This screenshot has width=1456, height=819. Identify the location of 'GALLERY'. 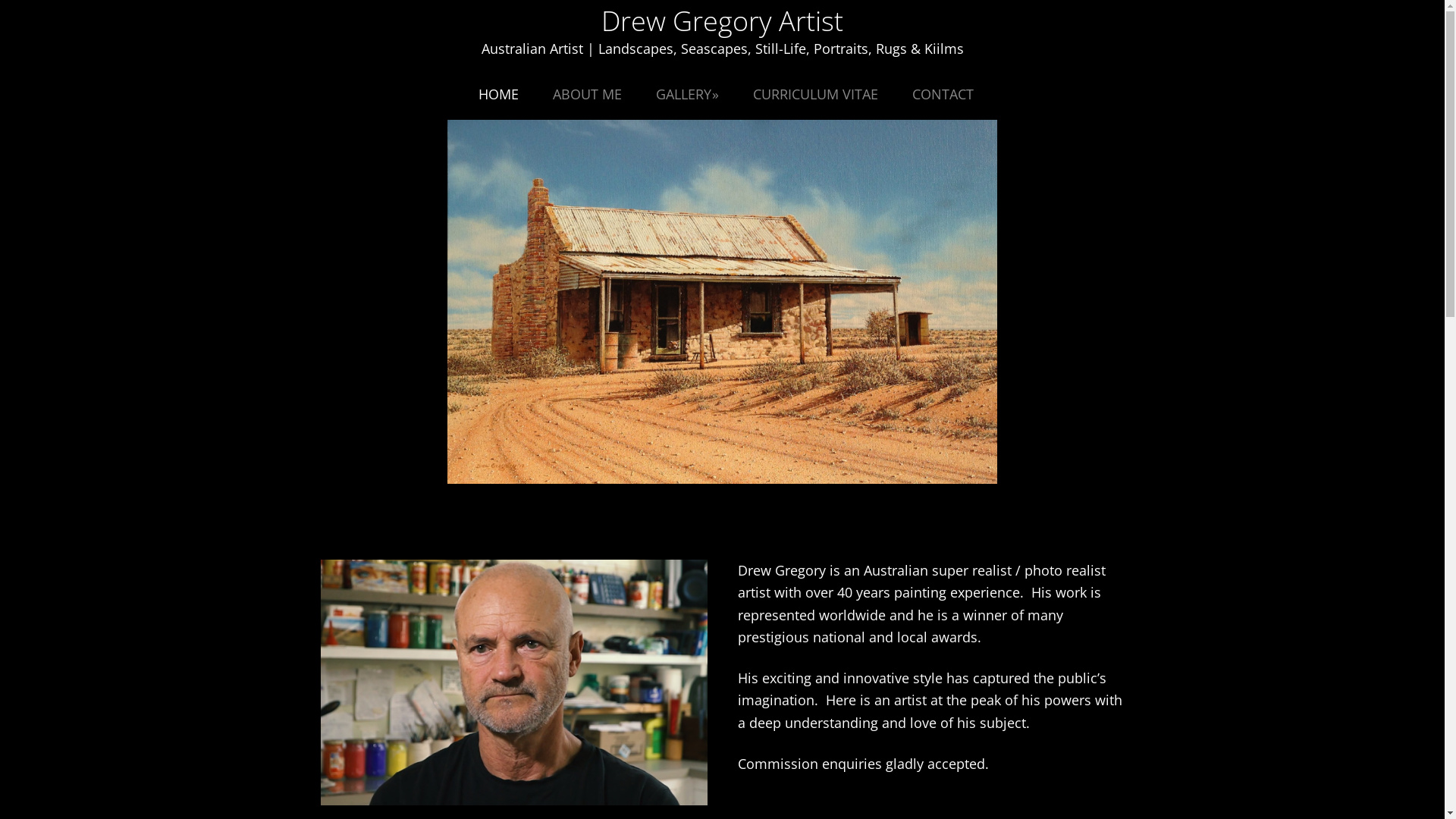
(686, 93).